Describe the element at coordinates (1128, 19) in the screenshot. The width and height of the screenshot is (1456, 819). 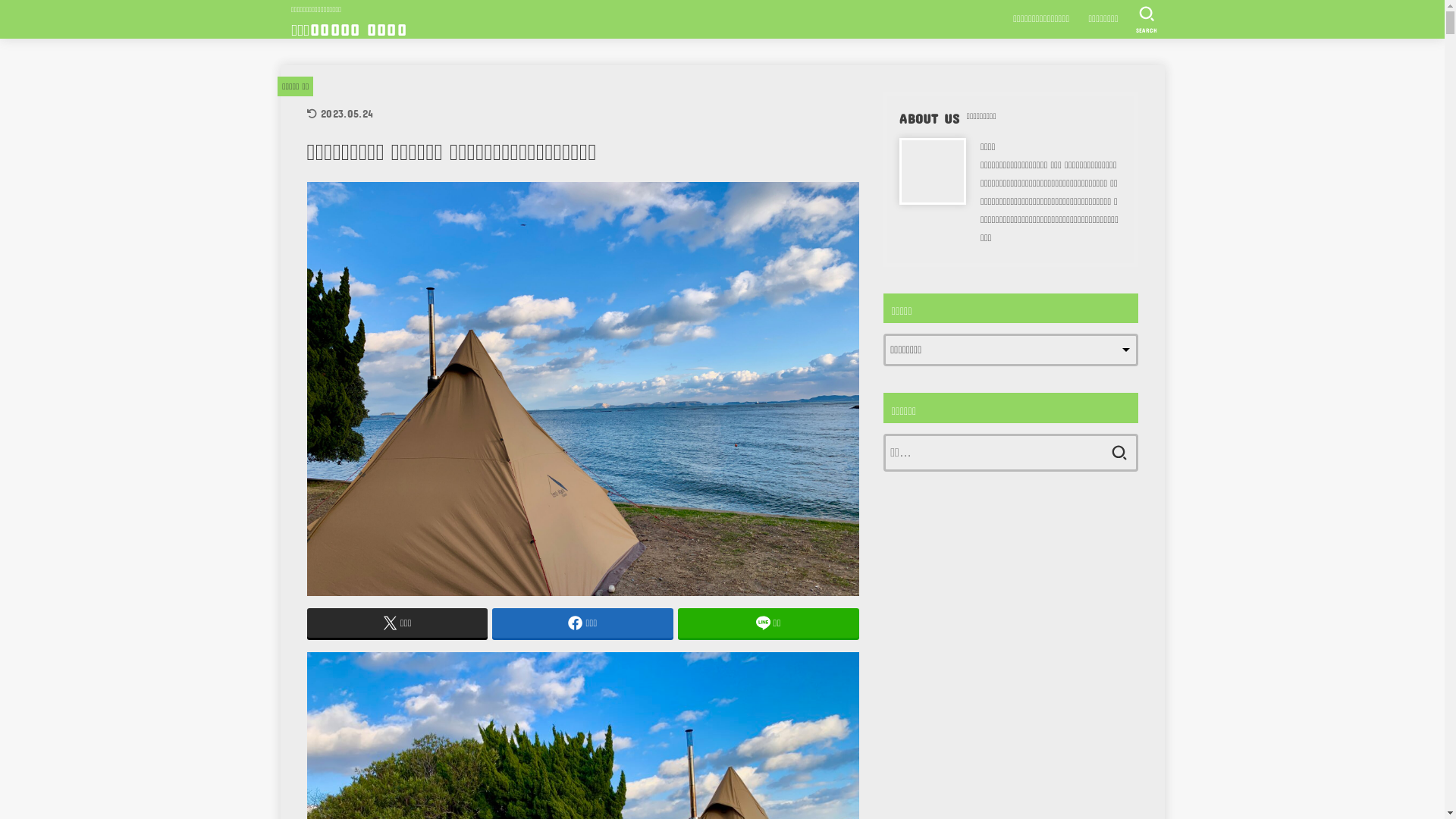
I see `'SEARCH'` at that location.